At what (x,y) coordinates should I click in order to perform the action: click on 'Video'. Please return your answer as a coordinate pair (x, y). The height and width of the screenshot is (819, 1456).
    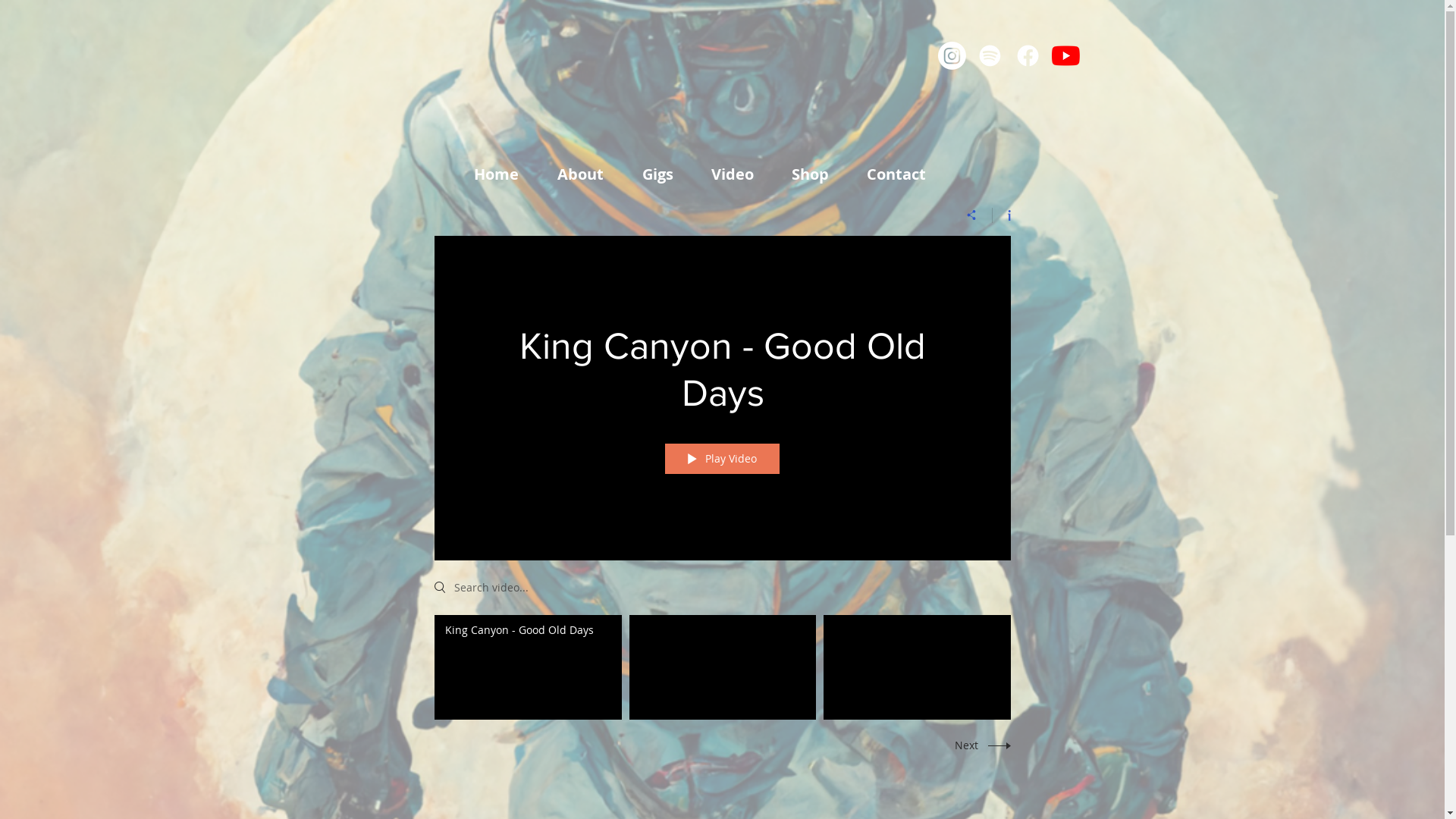
    Looking at the image, I should click on (739, 174).